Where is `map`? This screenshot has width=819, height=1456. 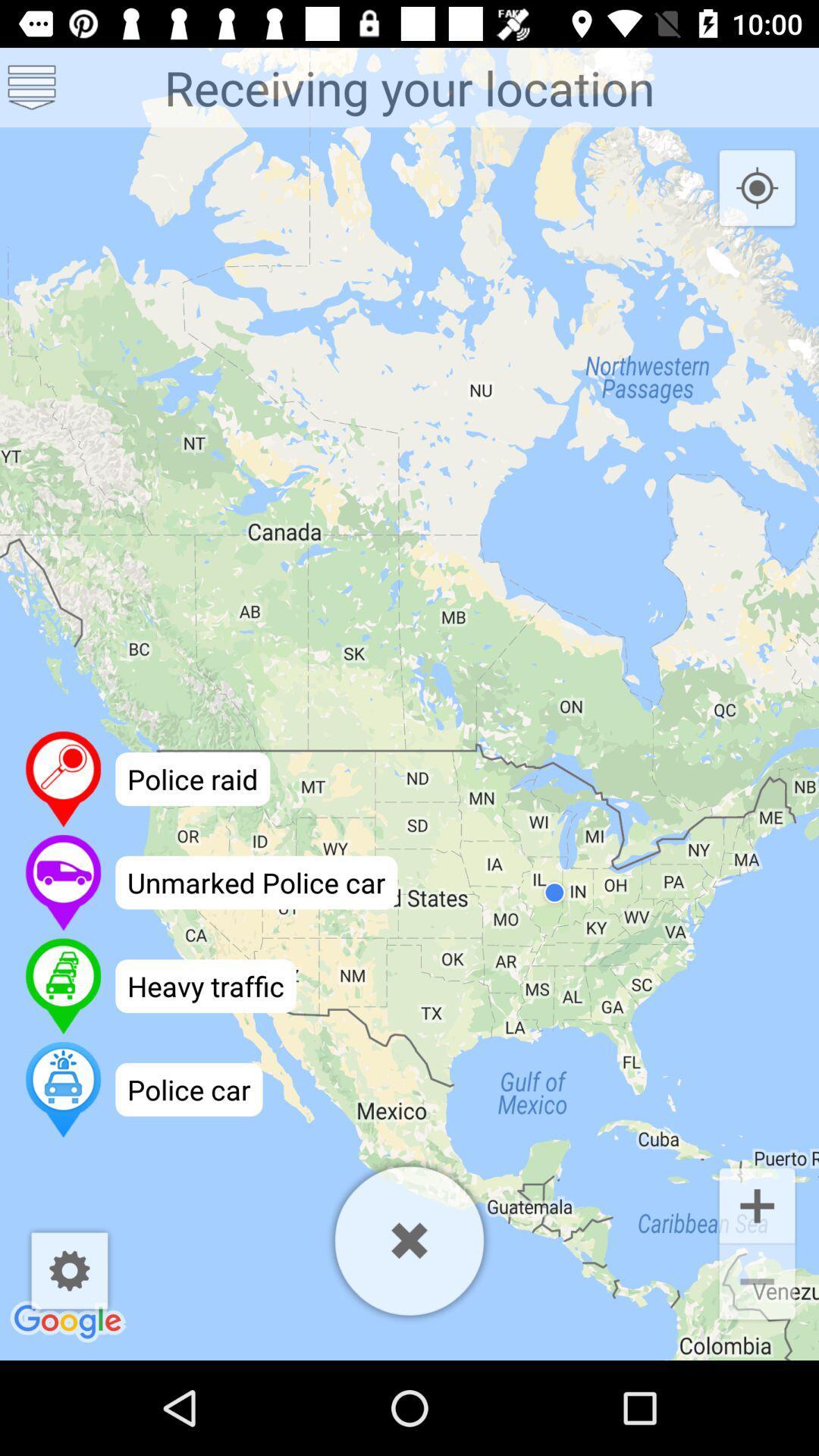 map is located at coordinates (409, 1241).